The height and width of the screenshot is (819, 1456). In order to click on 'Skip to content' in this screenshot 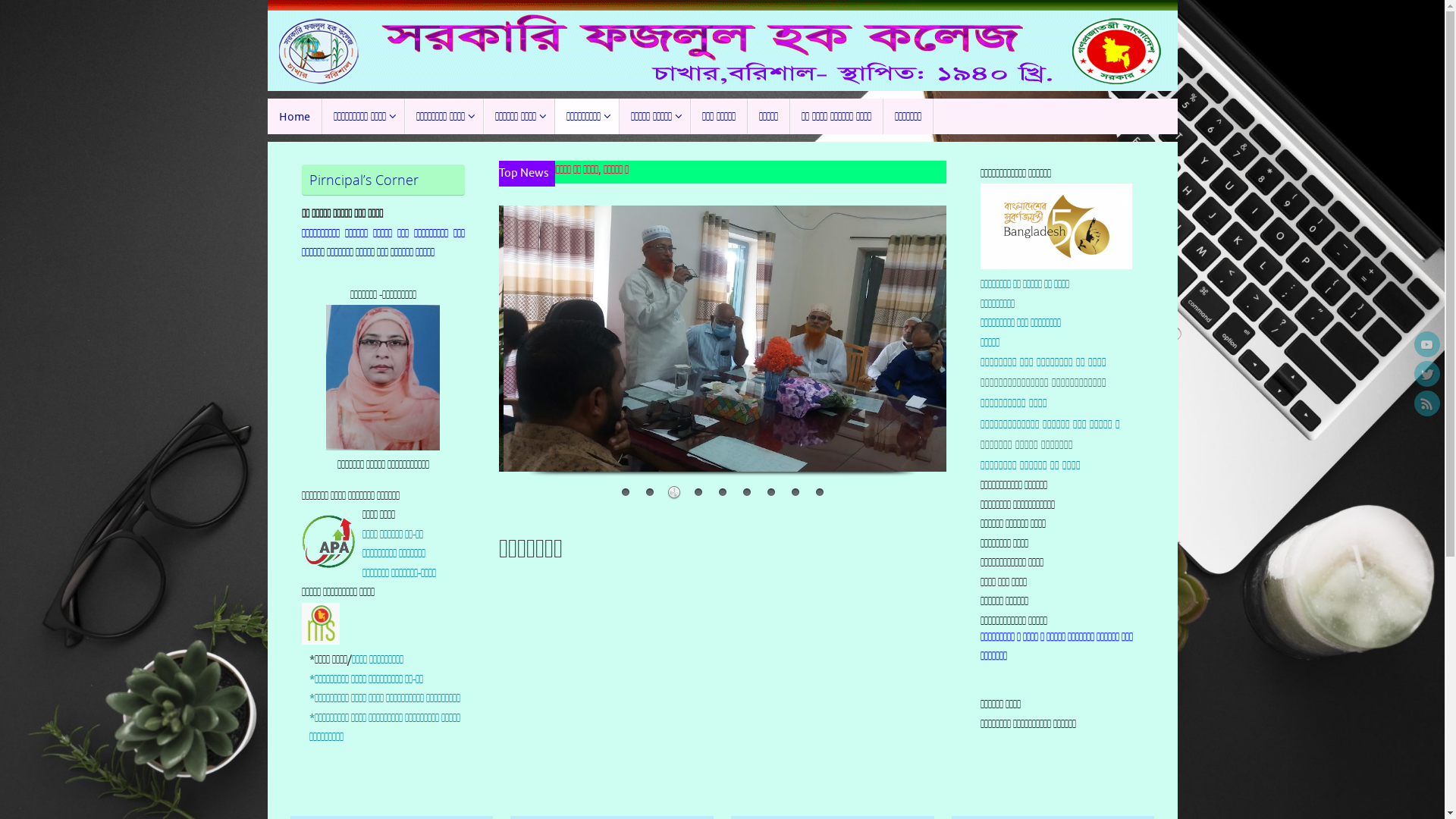, I will do `click(267, 121)`.